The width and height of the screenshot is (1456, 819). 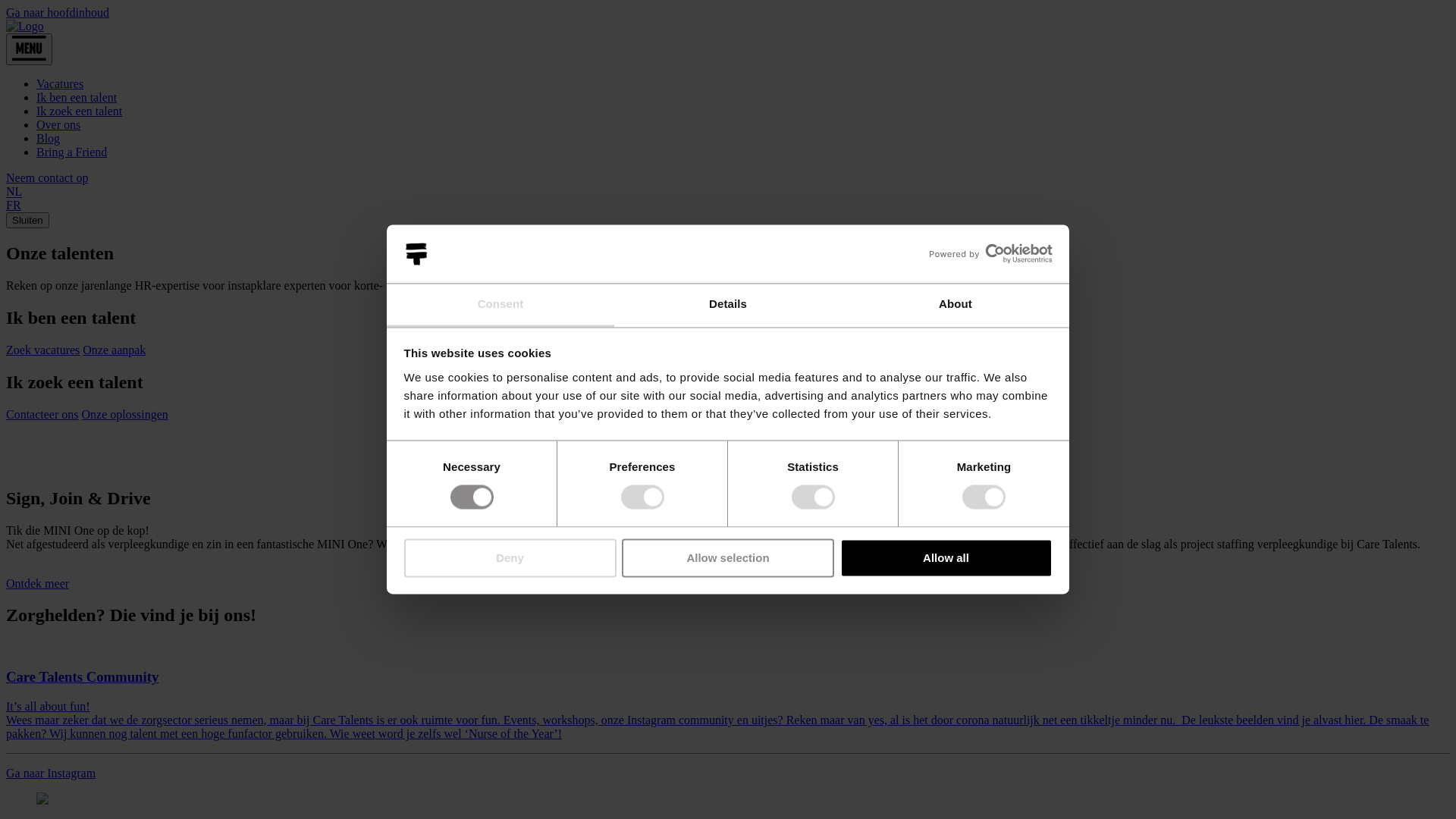 I want to click on 'Bring a Friend', so click(x=71, y=152).